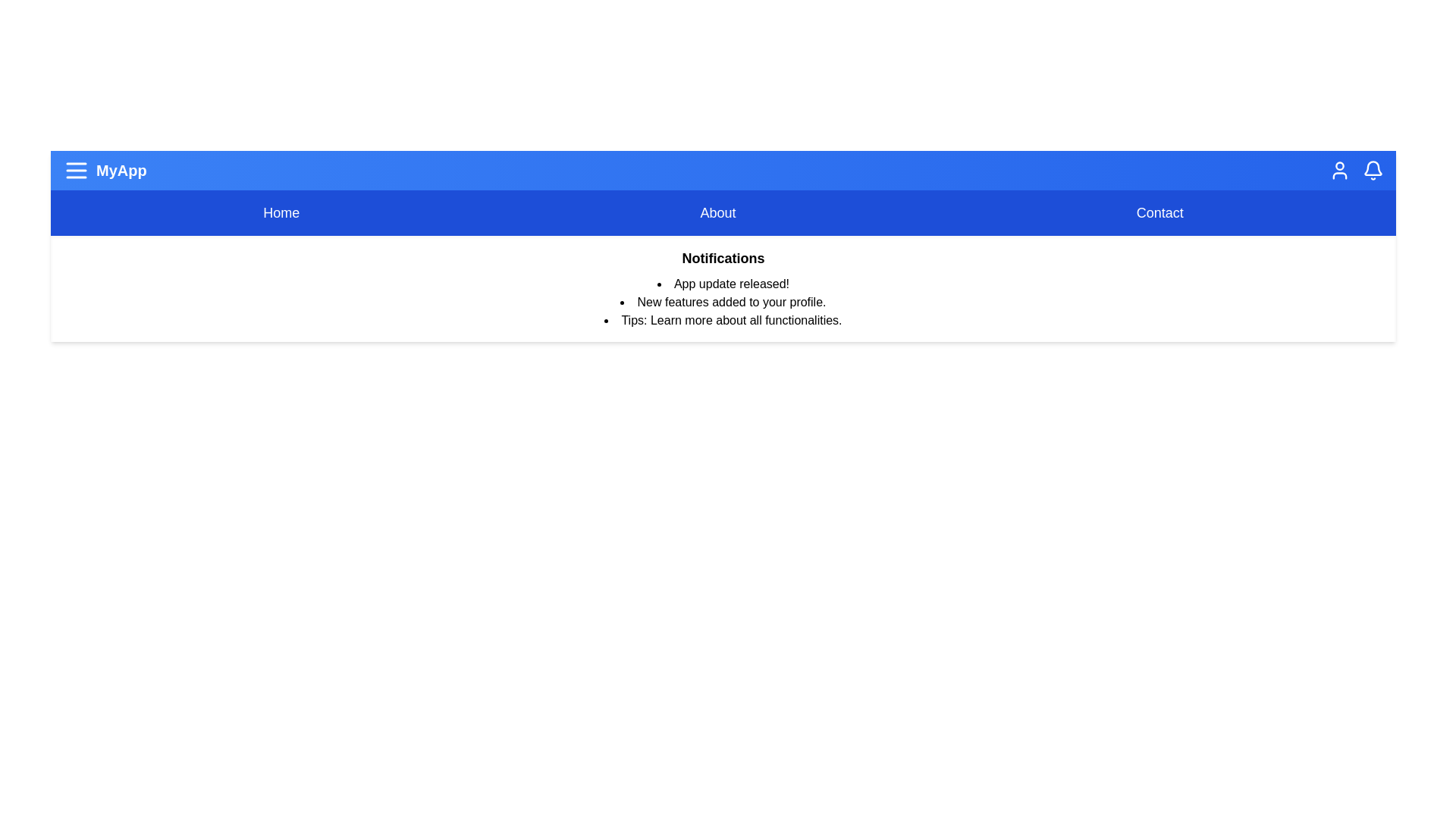 The image size is (1456, 819). I want to click on the 'MyApp' branding in the AppBar to inspect the application's branding and title, so click(104, 170).